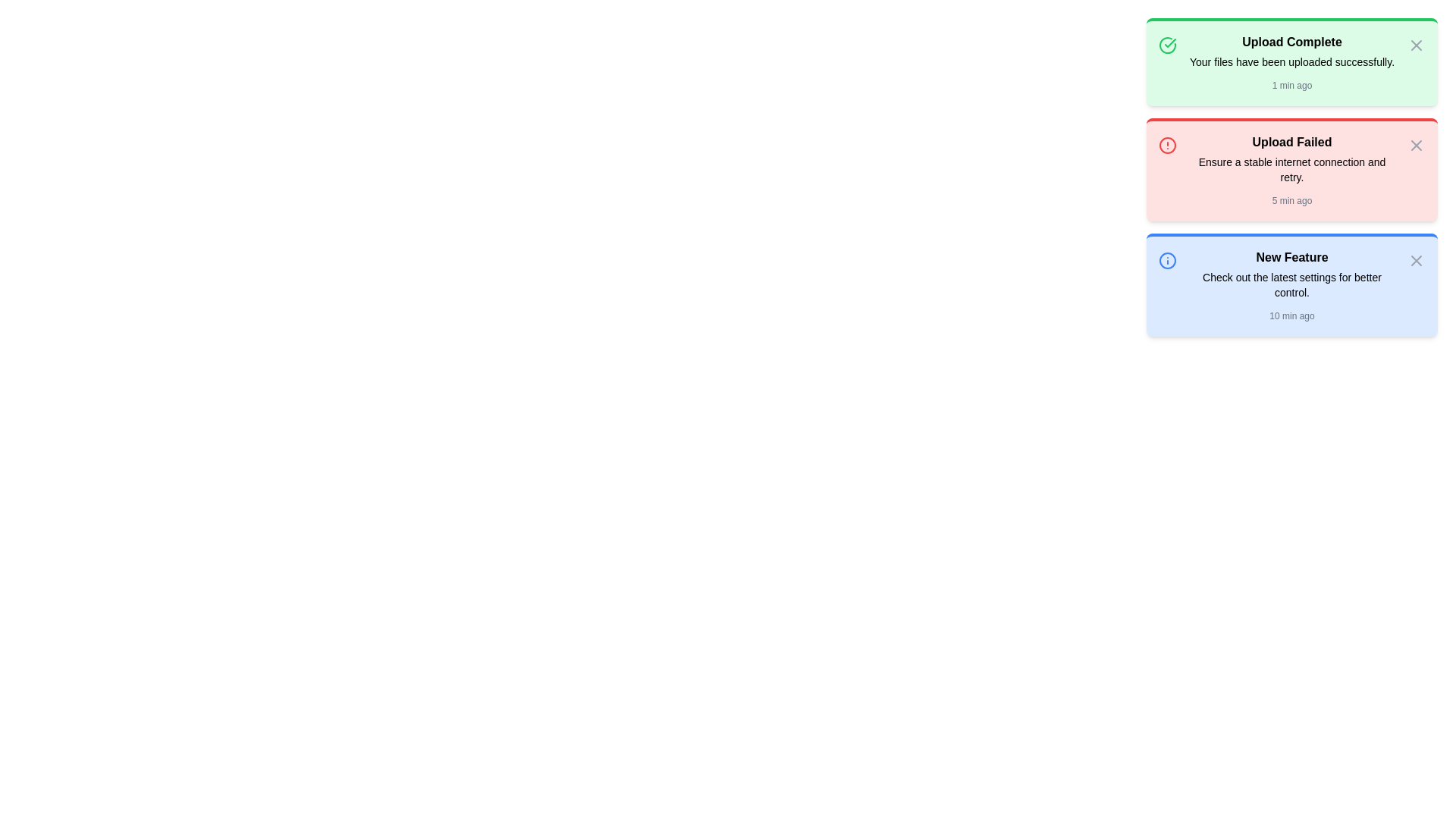 The height and width of the screenshot is (819, 1456). I want to click on the Text Label indicating the successful completion of an upload operation, which is located in the upper part of the first notification box with a green background, so click(1291, 42).